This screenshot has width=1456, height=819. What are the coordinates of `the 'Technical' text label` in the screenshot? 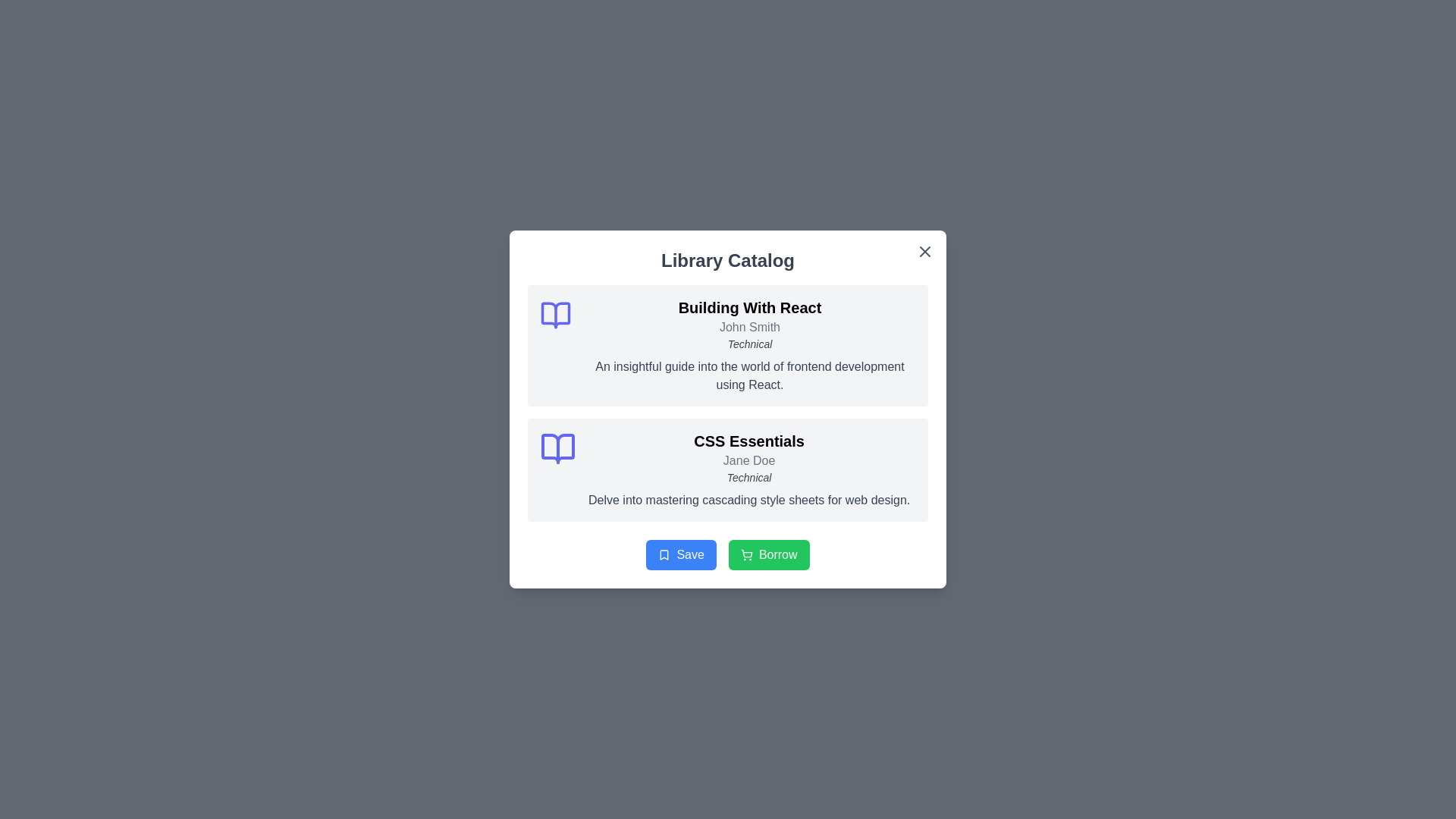 It's located at (749, 476).